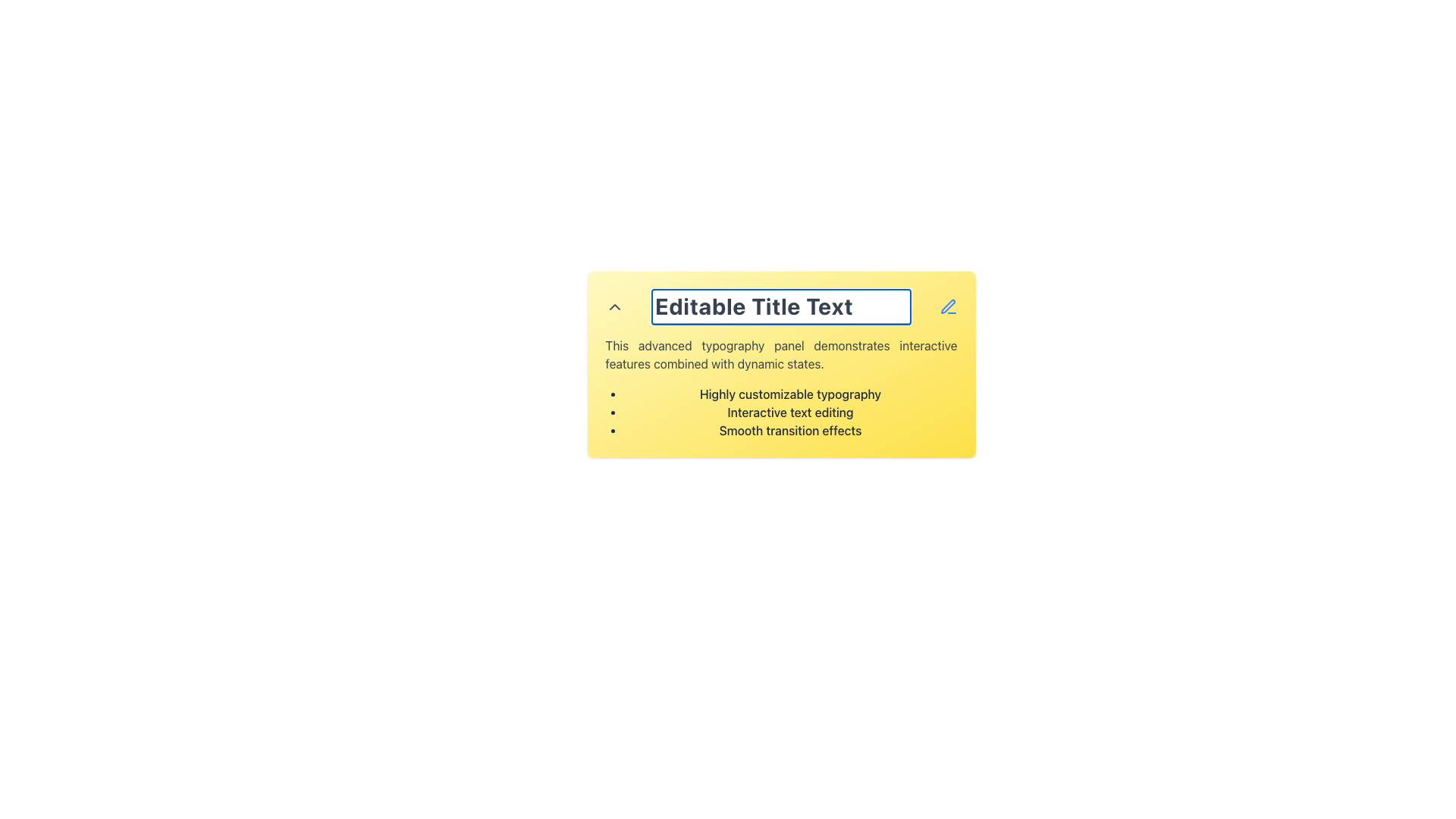 The height and width of the screenshot is (819, 1456). What do you see at coordinates (781, 354) in the screenshot?
I see `descriptive text block located directly below the 'Editable Title Text' heading in the yellow panel` at bounding box center [781, 354].